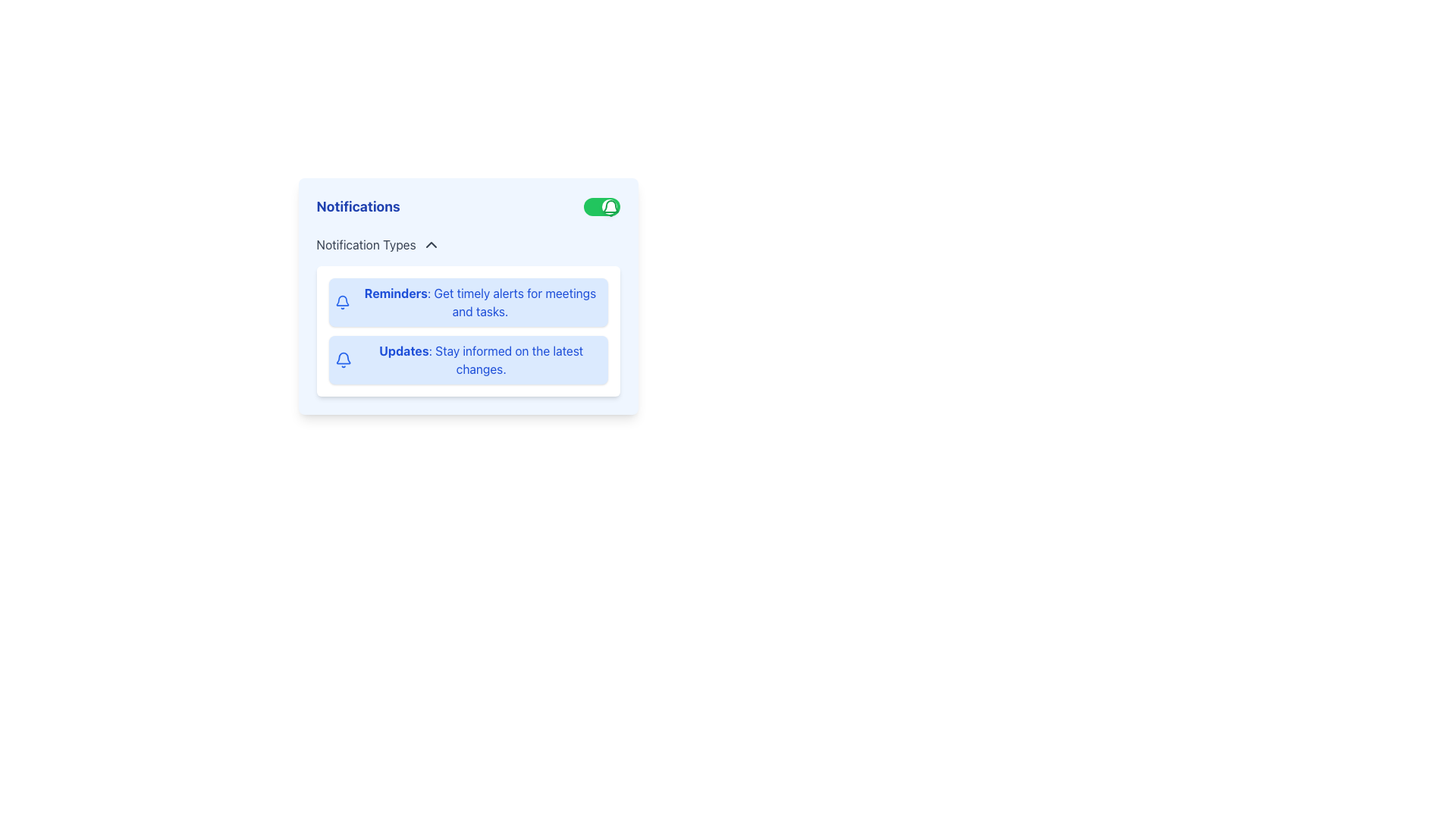 This screenshot has height=819, width=1456. Describe the element at coordinates (378, 244) in the screenshot. I see `the interactive text label with an icon for 'Notification Types'` at that location.